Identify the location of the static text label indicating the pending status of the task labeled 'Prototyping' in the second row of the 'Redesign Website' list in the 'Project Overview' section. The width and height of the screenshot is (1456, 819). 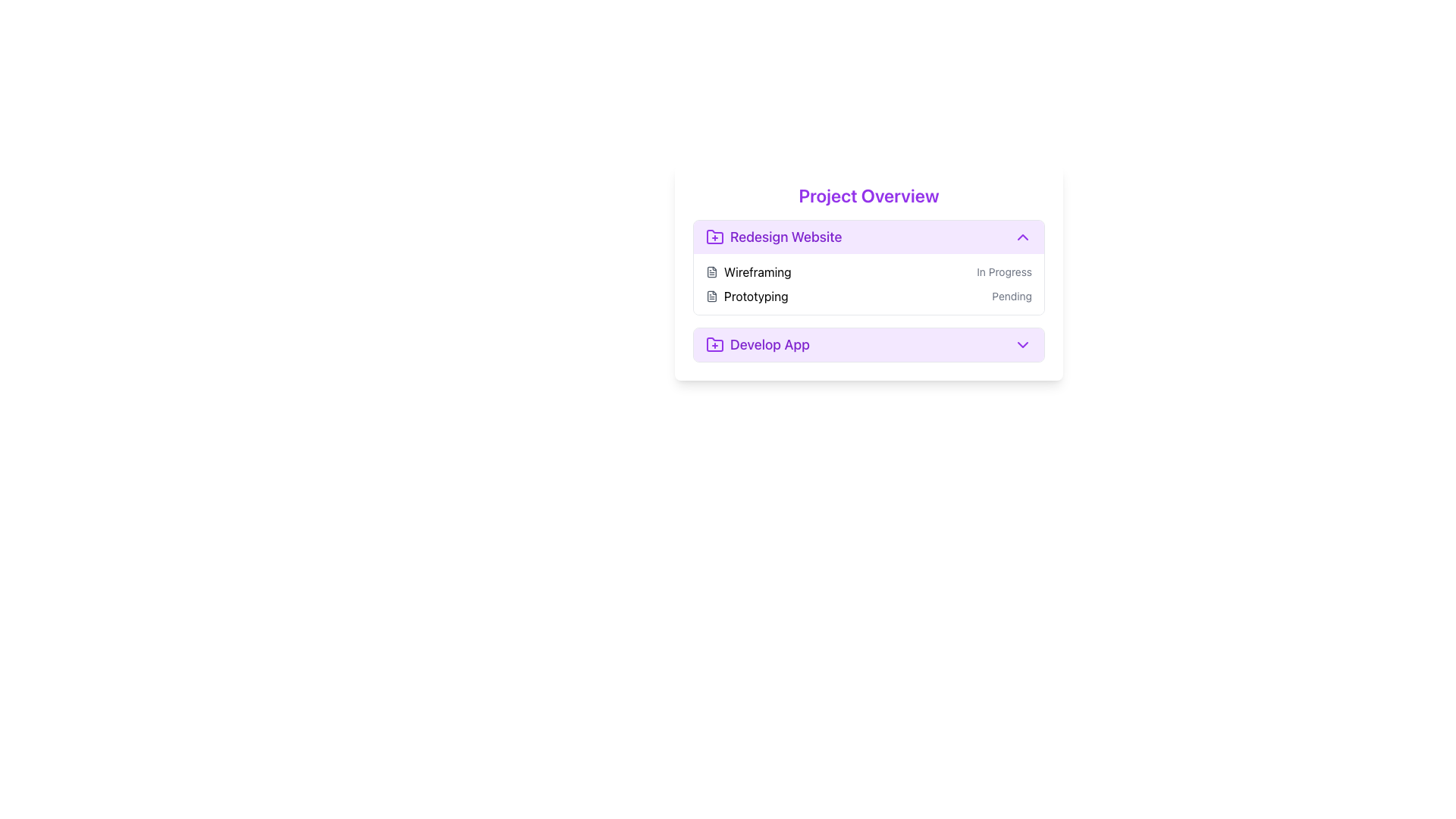
(1012, 296).